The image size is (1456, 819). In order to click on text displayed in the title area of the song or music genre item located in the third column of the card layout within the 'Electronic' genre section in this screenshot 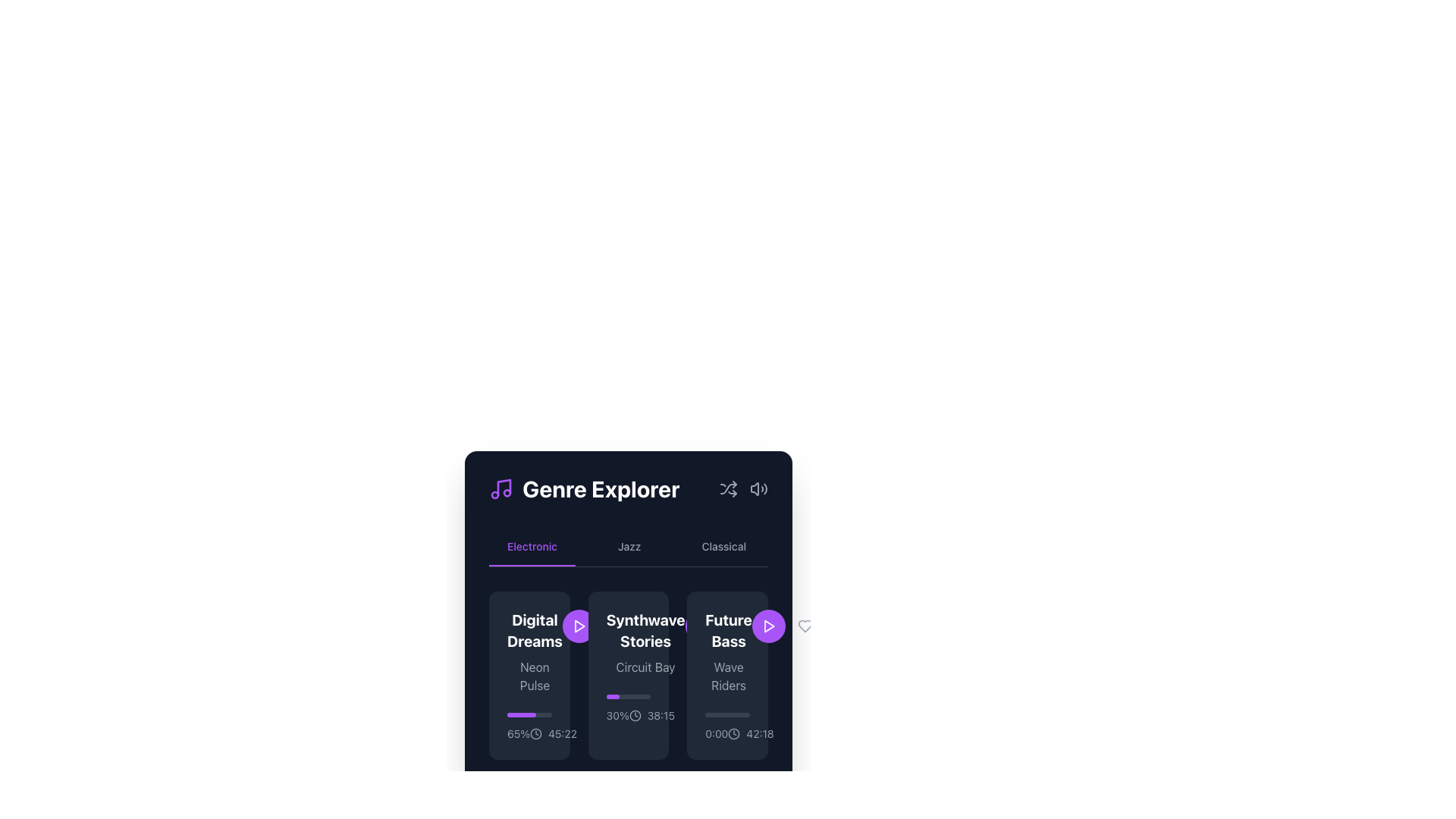, I will do `click(726, 651)`.